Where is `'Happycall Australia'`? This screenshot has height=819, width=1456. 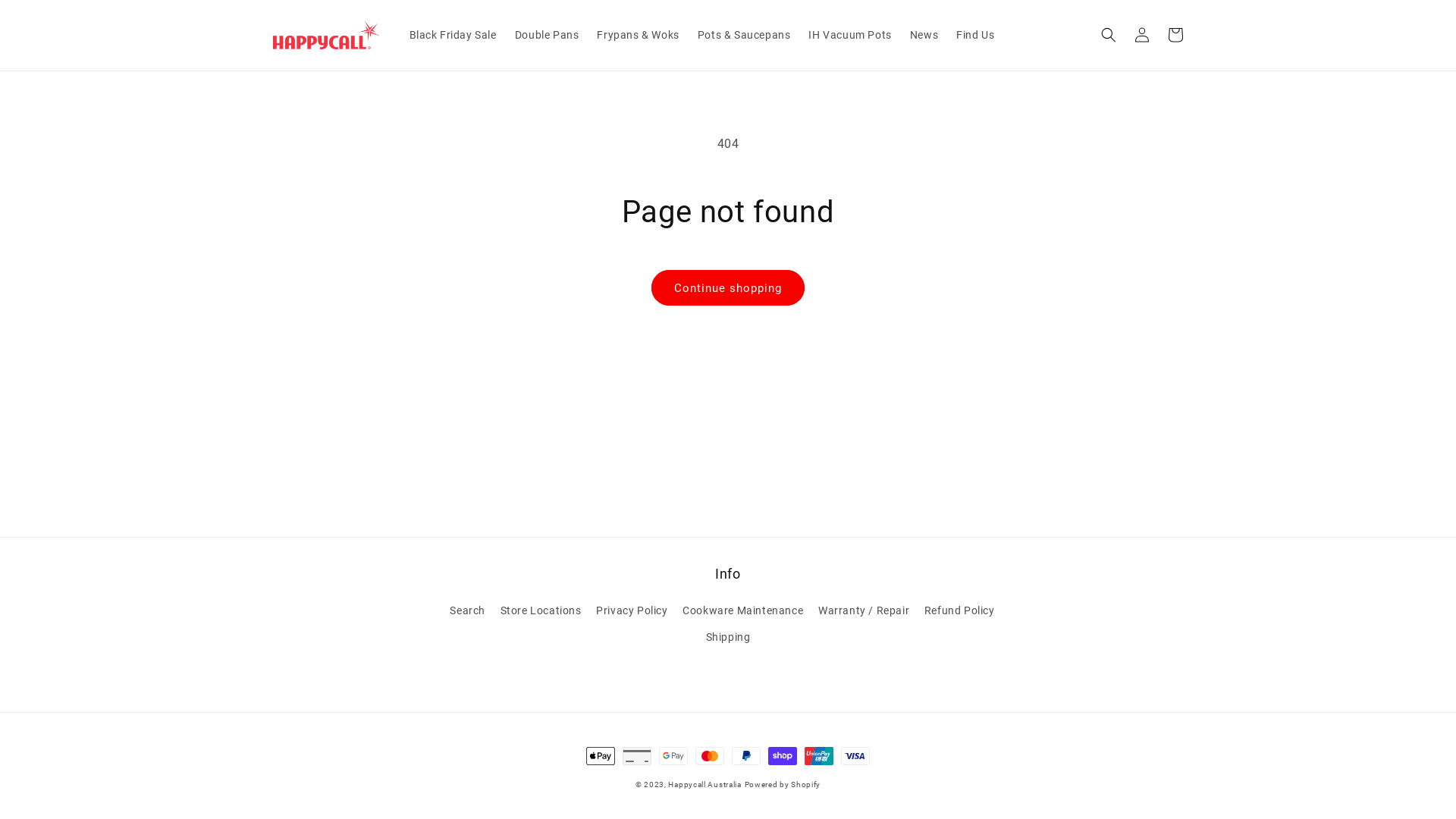
'Happycall Australia' is located at coordinates (667, 784).